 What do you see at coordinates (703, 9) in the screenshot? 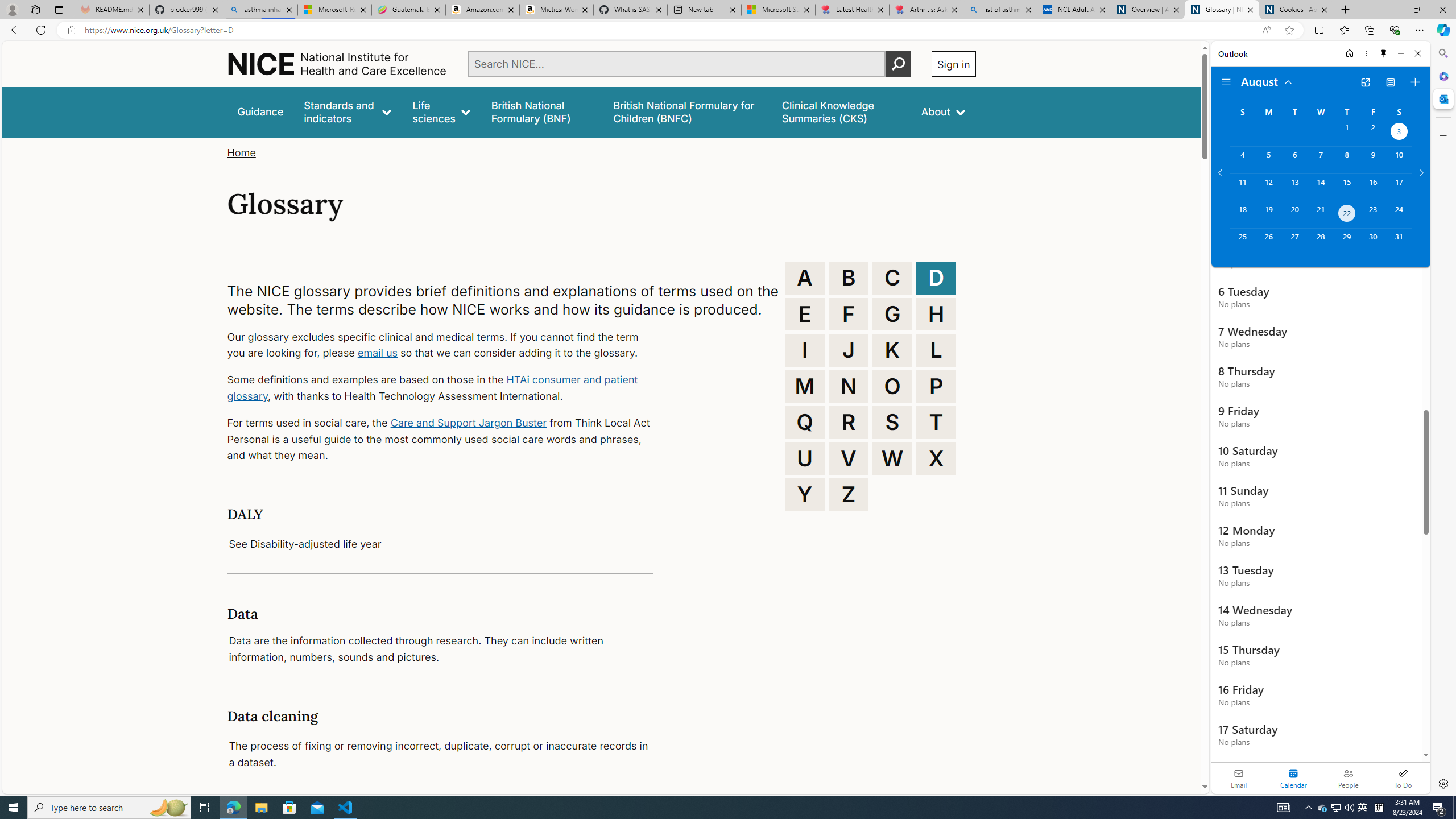
I see `'New tab'` at bounding box center [703, 9].